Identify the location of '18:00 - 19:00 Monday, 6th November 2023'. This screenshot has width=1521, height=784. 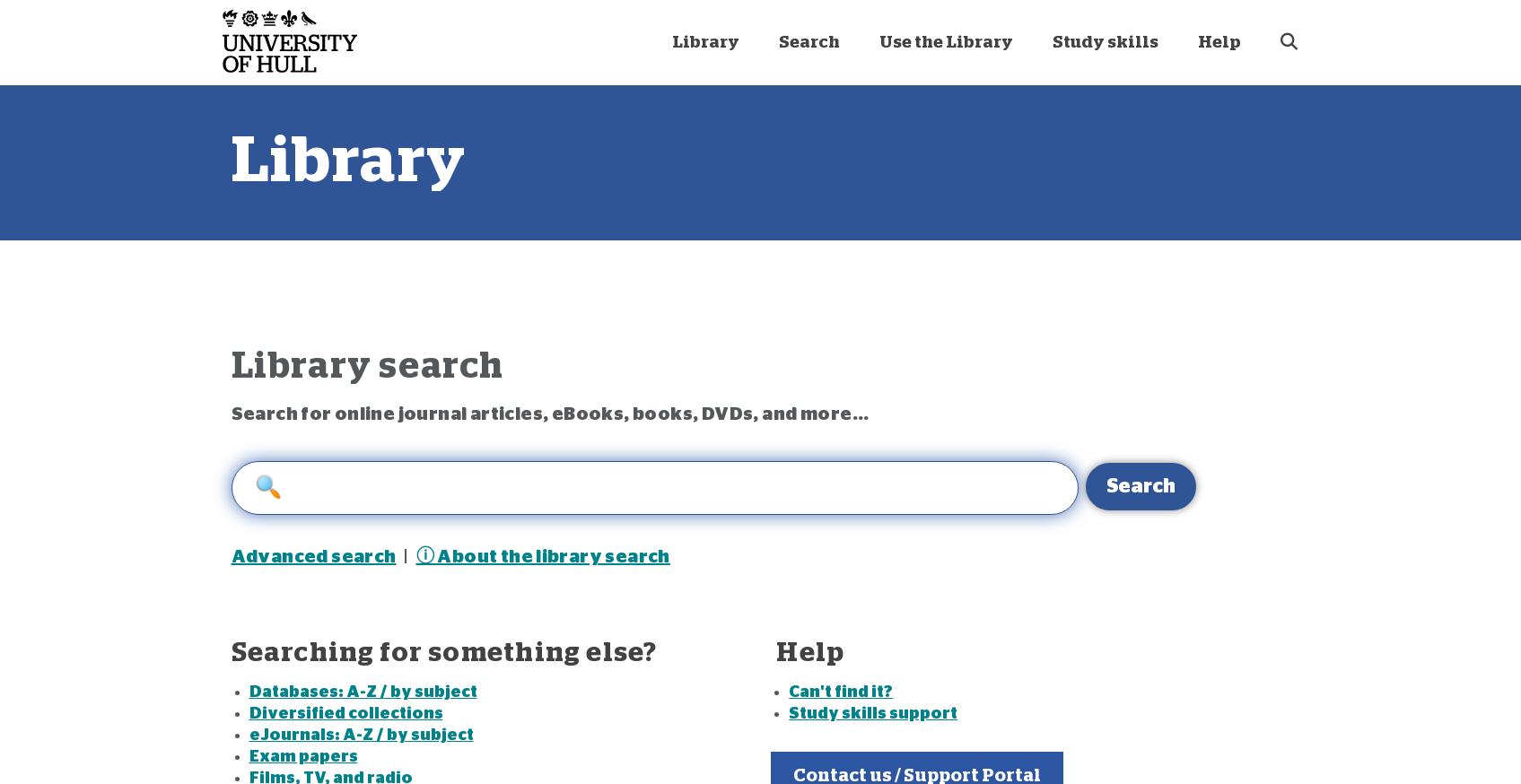
(944, 322).